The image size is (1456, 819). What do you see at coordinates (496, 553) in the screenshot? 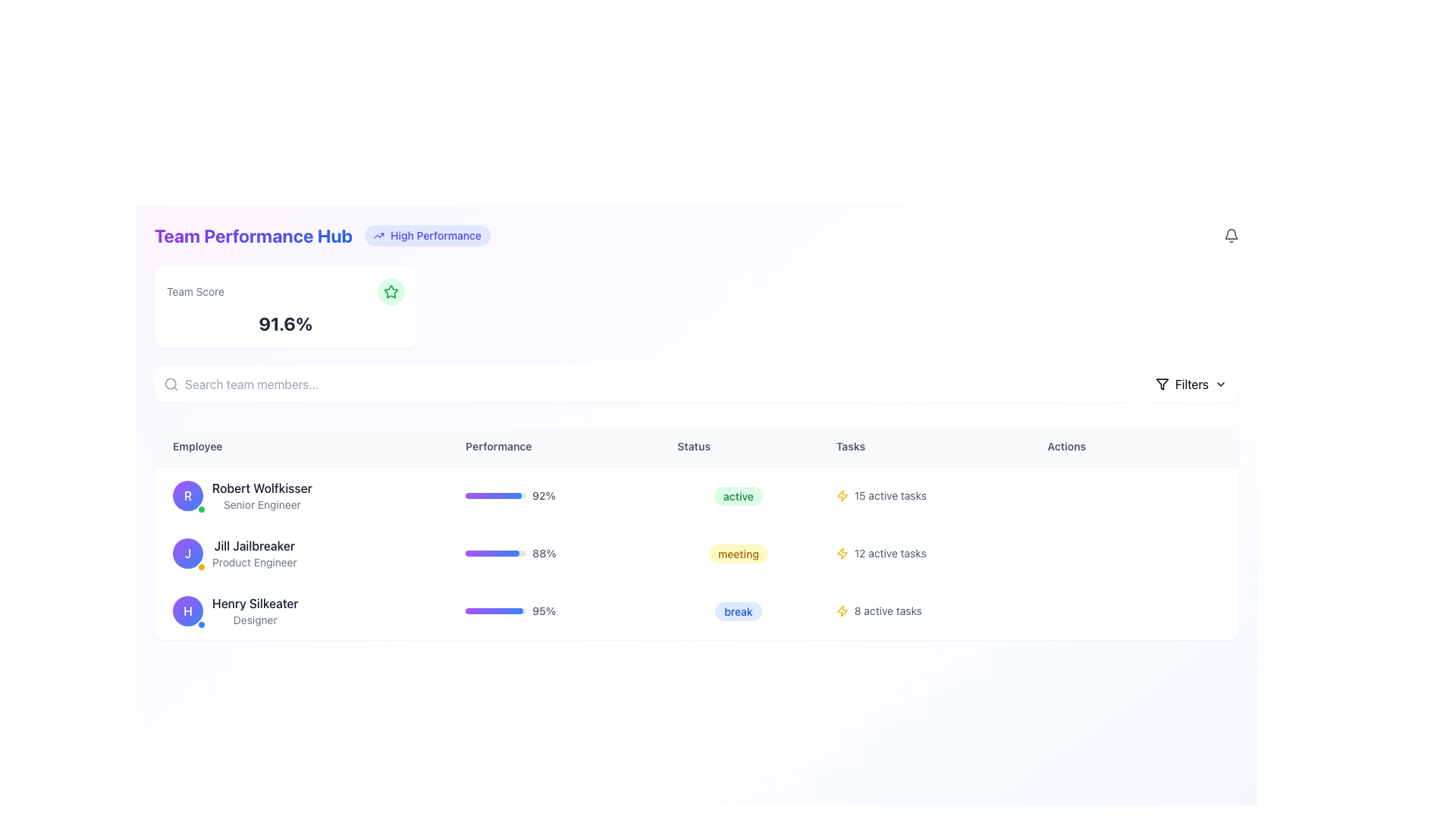
I see `the progress bar located in the 'Performance' column of the second row of the employee list` at bounding box center [496, 553].